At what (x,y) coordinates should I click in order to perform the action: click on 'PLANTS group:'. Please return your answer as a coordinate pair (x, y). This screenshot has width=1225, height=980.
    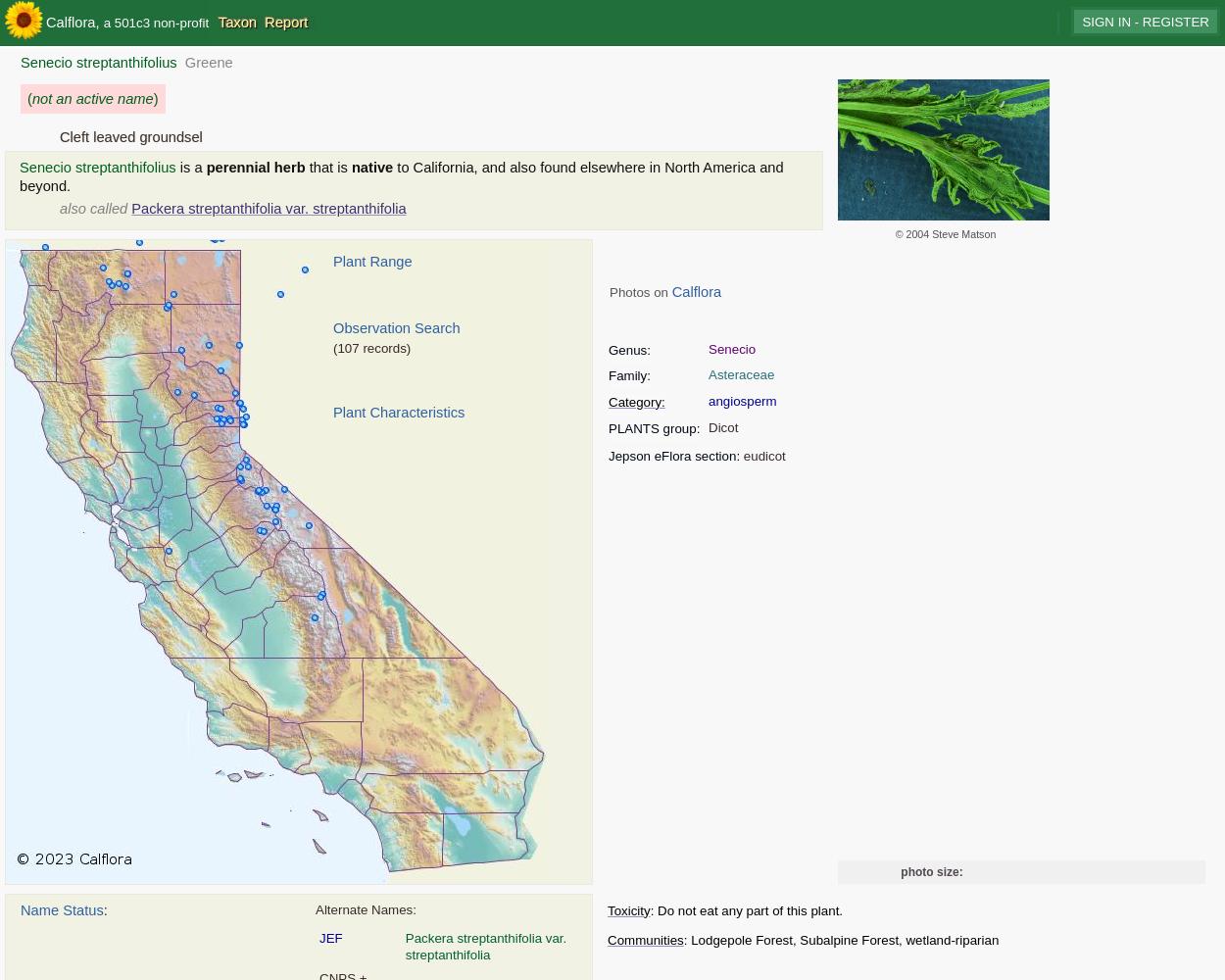
    Looking at the image, I should click on (608, 427).